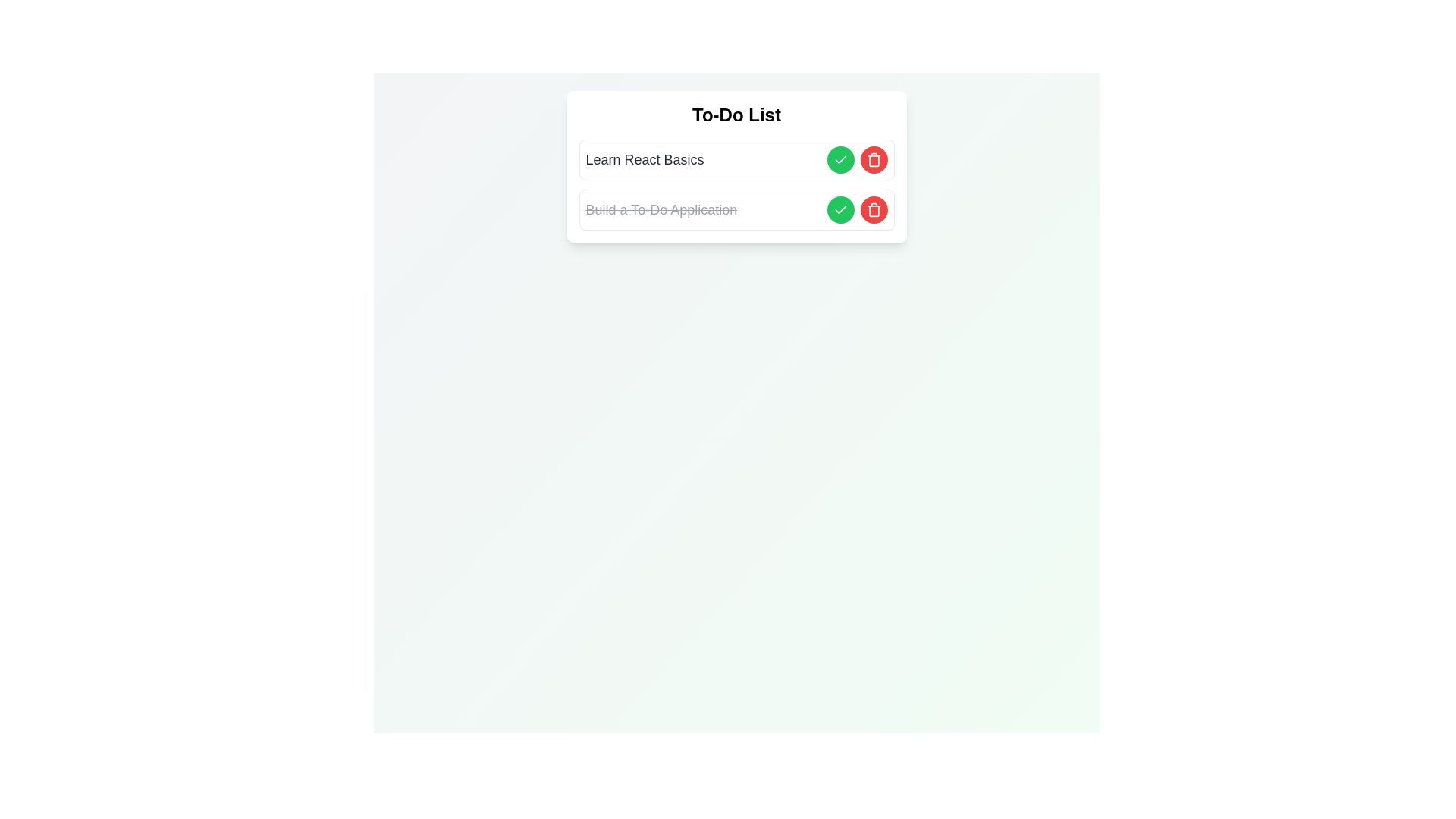 This screenshot has height=819, width=1456. Describe the element at coordinates (839, 159) in the screenshot. I see `the checkmark SVG graphic element adjacent to the 'Build a To-Do Application' text` at that location.